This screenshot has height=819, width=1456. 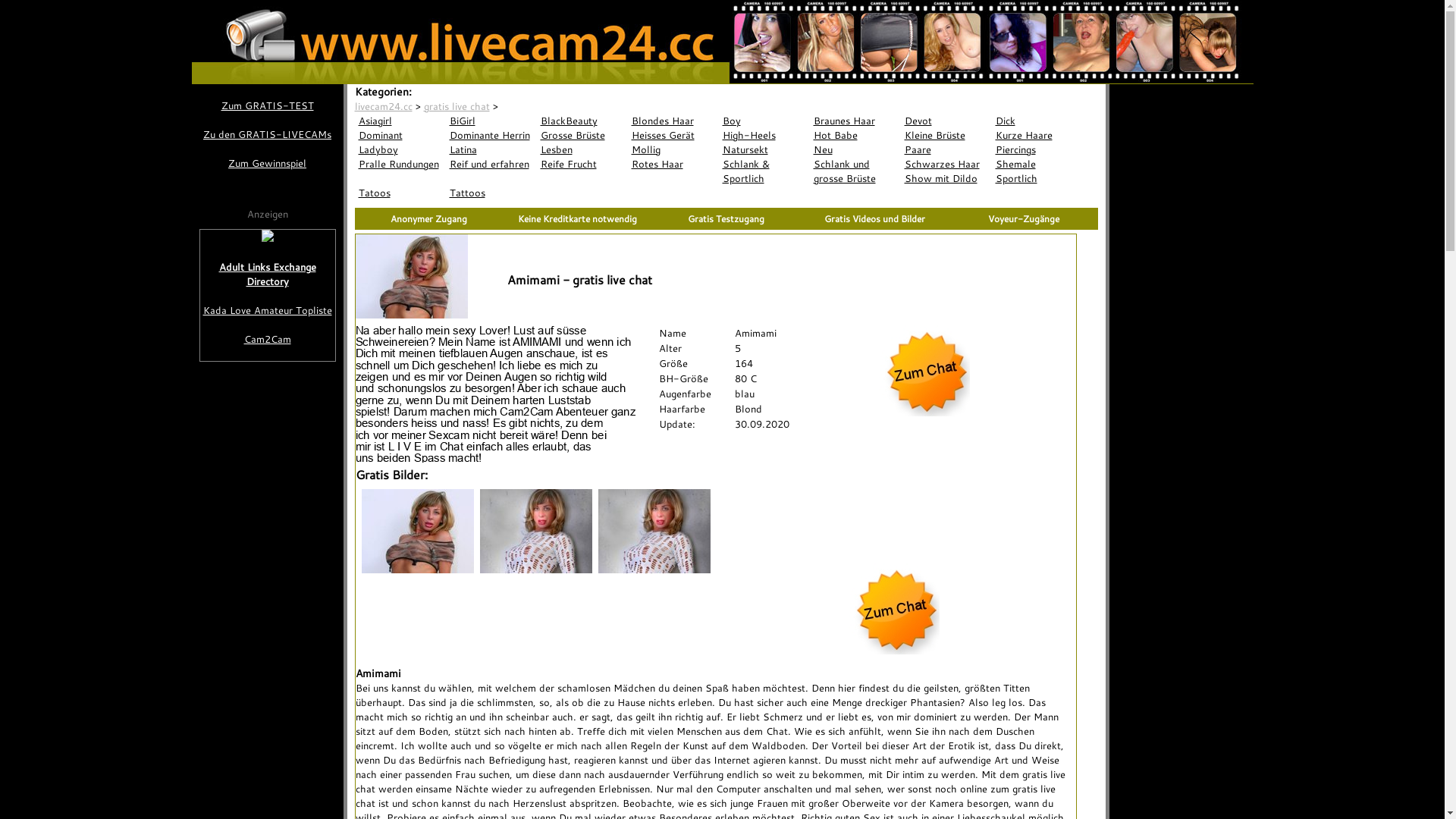 I want to click on 'BiGirl', so click(x=491, y=120).